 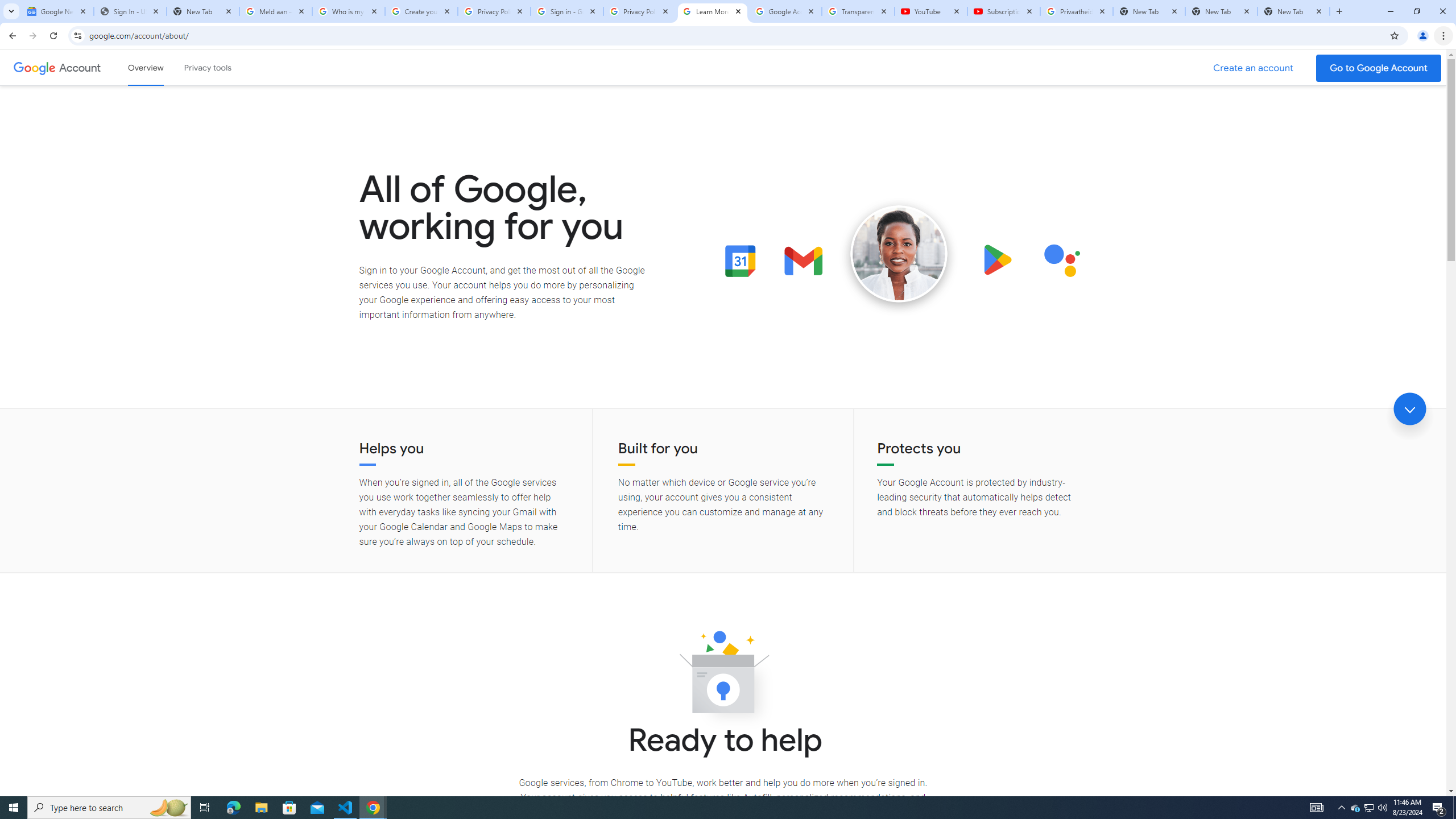 I want to click on 'New Tab', so click(x=1293, y=11).